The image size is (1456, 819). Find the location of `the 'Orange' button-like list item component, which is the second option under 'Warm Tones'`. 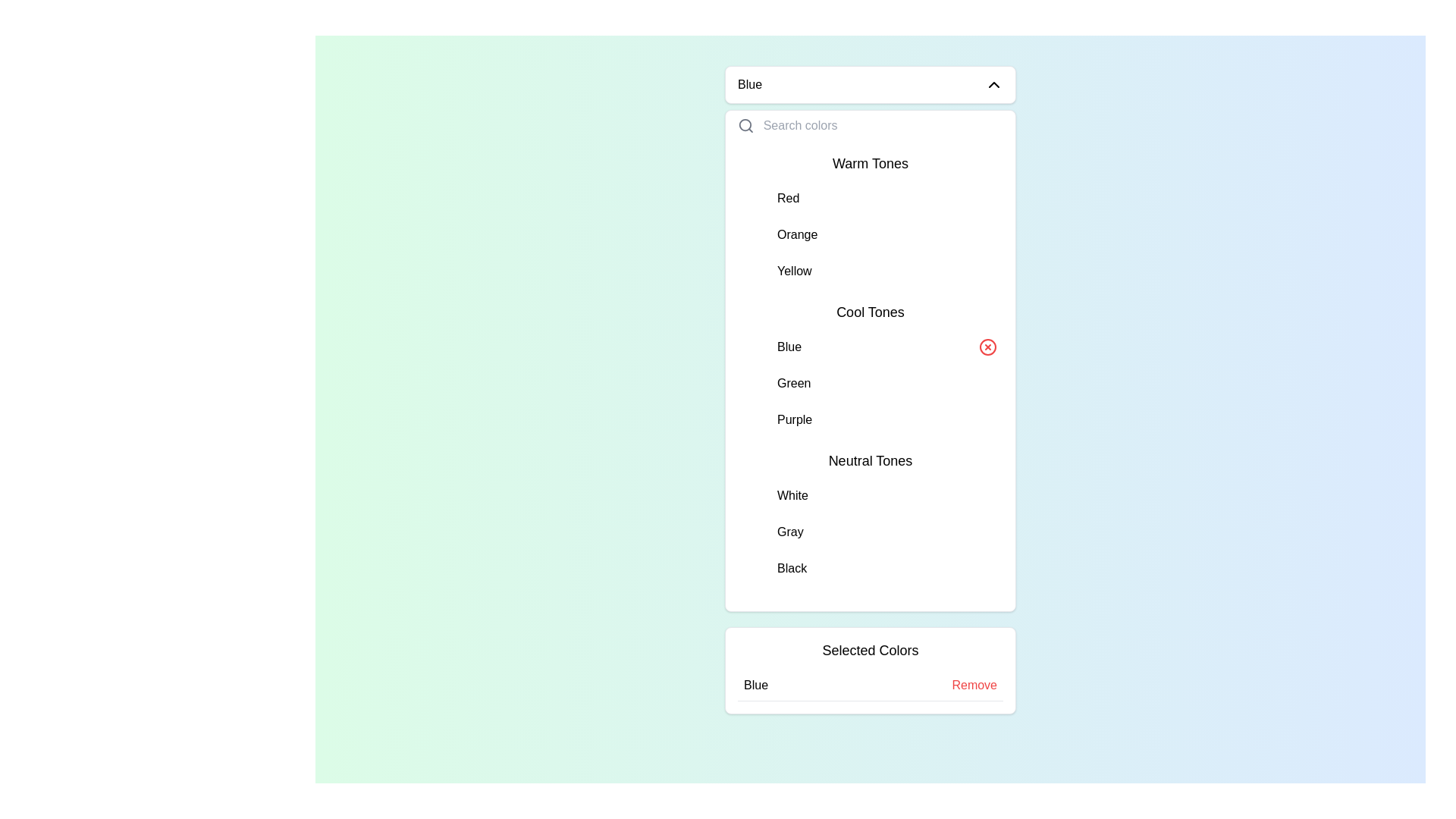

the 'Orange' button-like list item component, which is the second option under 'Warm Tones' is located at coordinates (870, 234).